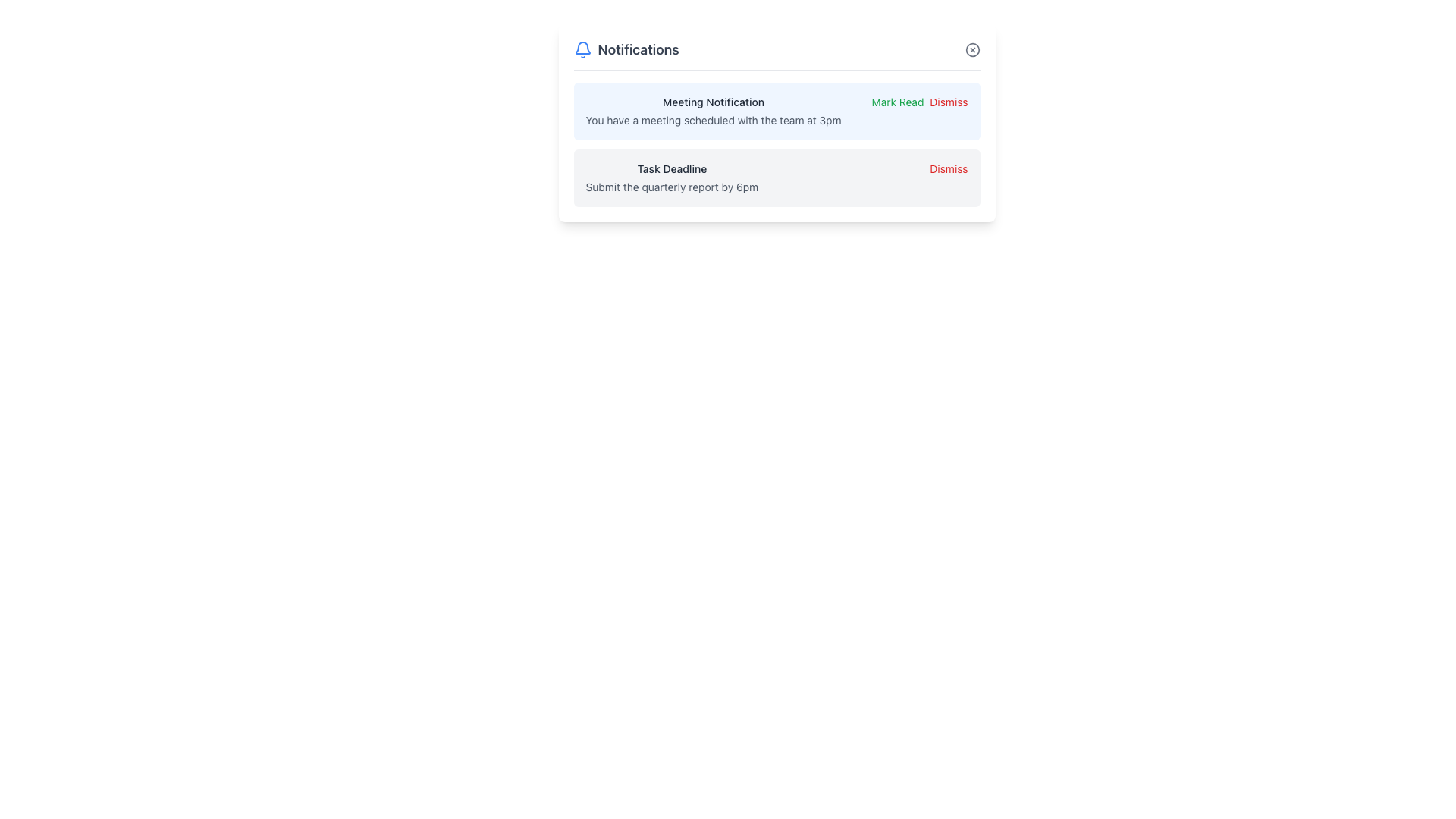 Image resolution: width=1456 pixels, height=819 pixels. I want to click on the small red 'Dismiss' text link, so click(948, 102).